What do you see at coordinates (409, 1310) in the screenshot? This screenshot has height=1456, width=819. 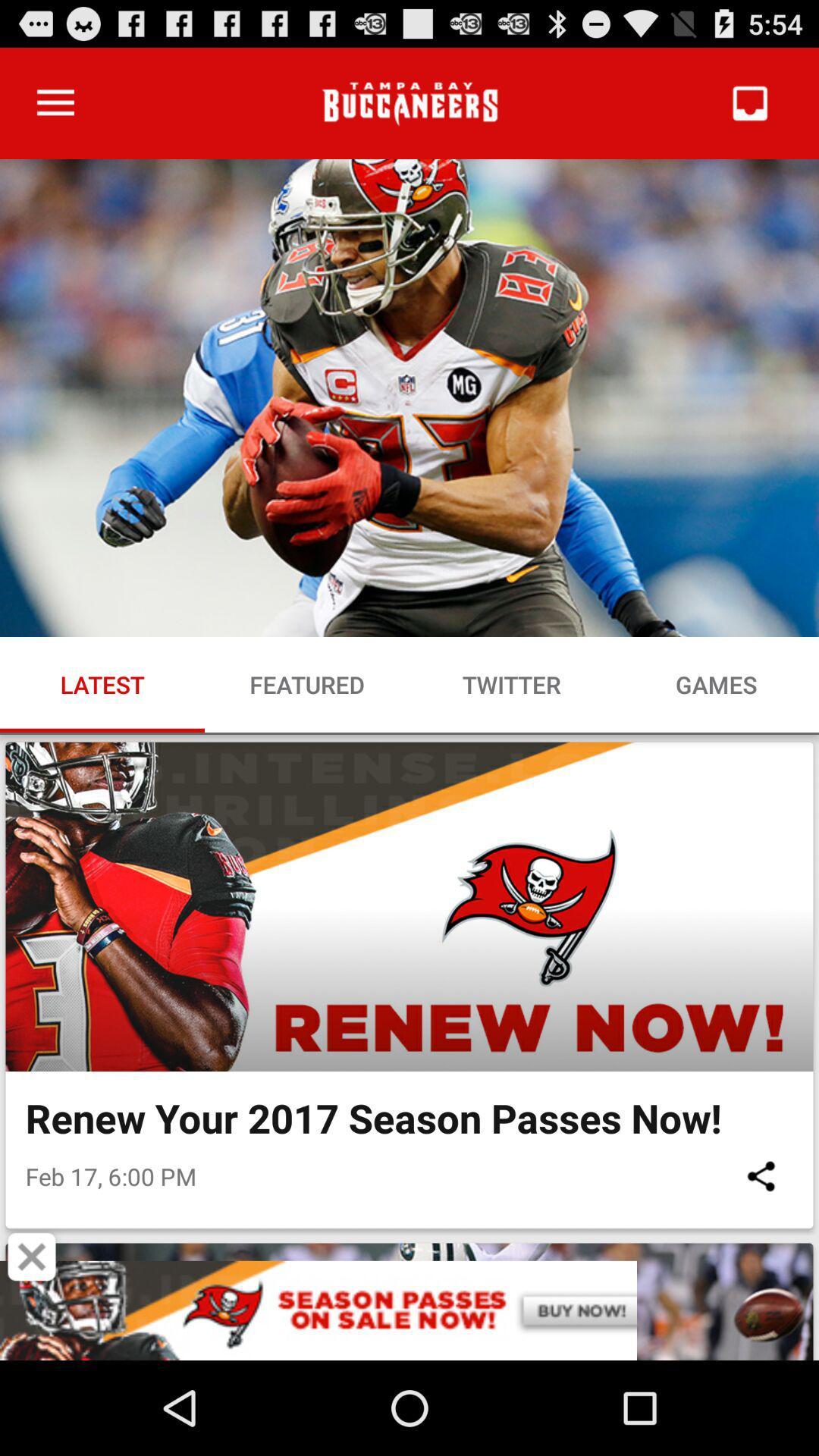 I see `advertisement option` at bounding box center [409, 1310].